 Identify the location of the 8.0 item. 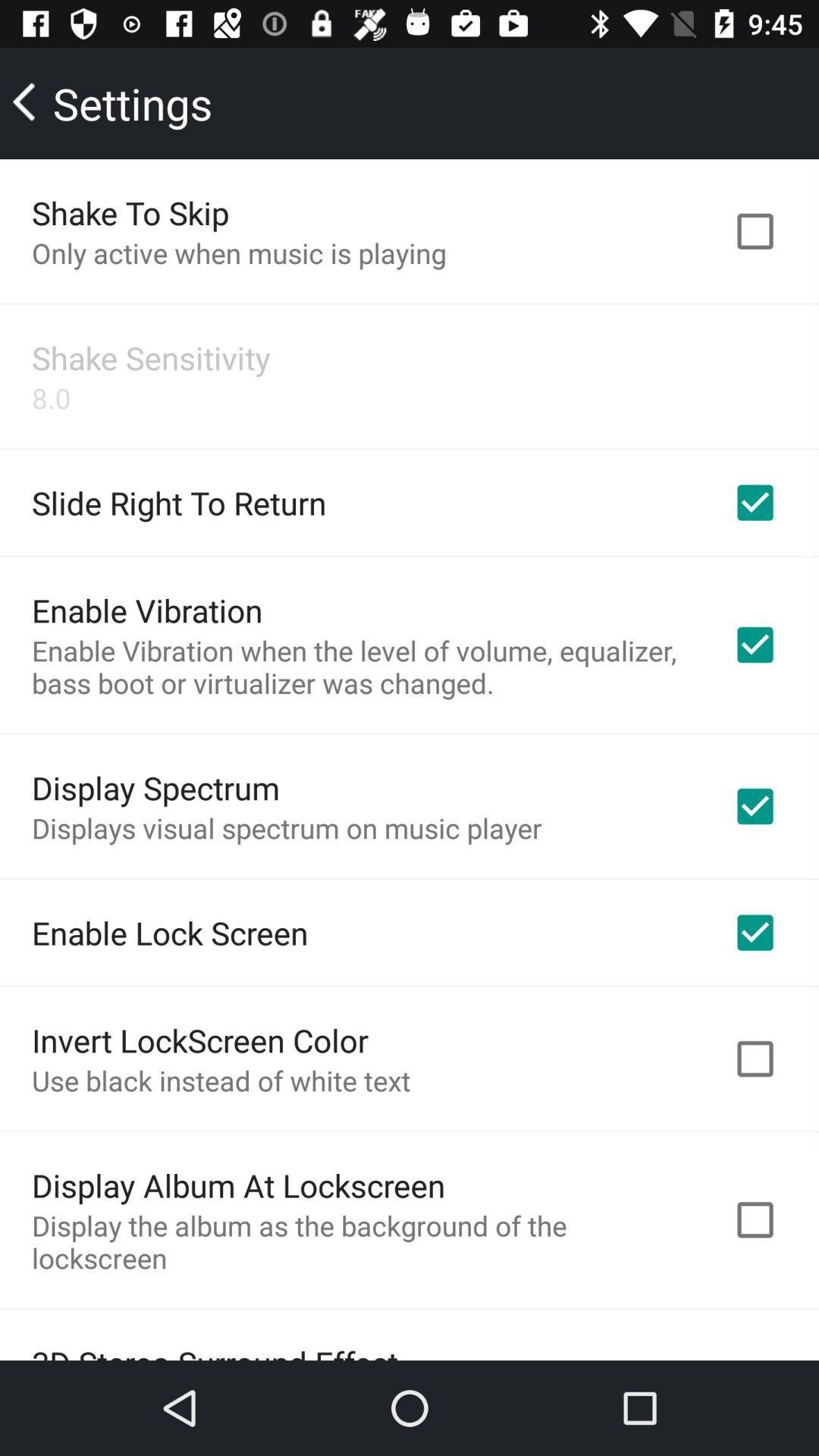
(50, 397).